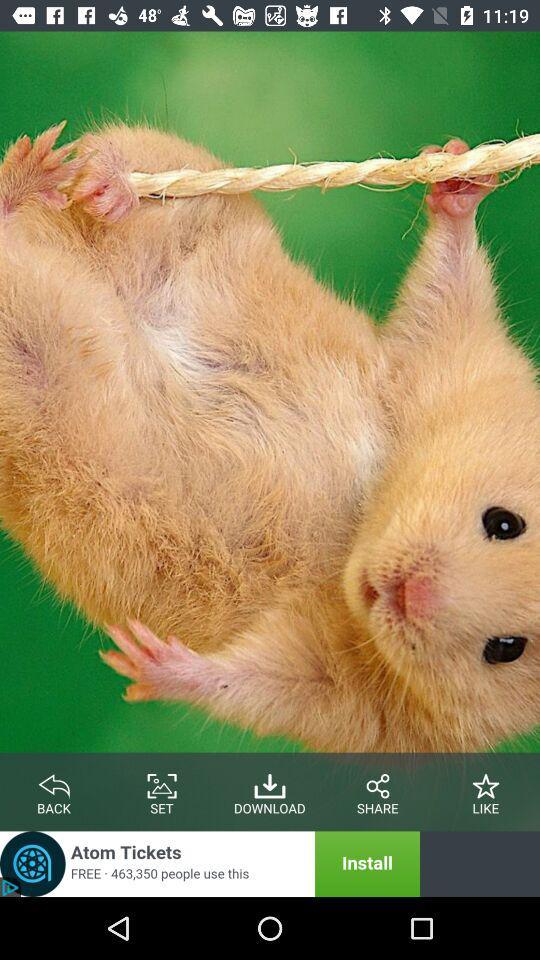  What do you see at coordinates (209, 863) in the screenshot?
I see `click the advertisement` at bounding box center [209, 863].